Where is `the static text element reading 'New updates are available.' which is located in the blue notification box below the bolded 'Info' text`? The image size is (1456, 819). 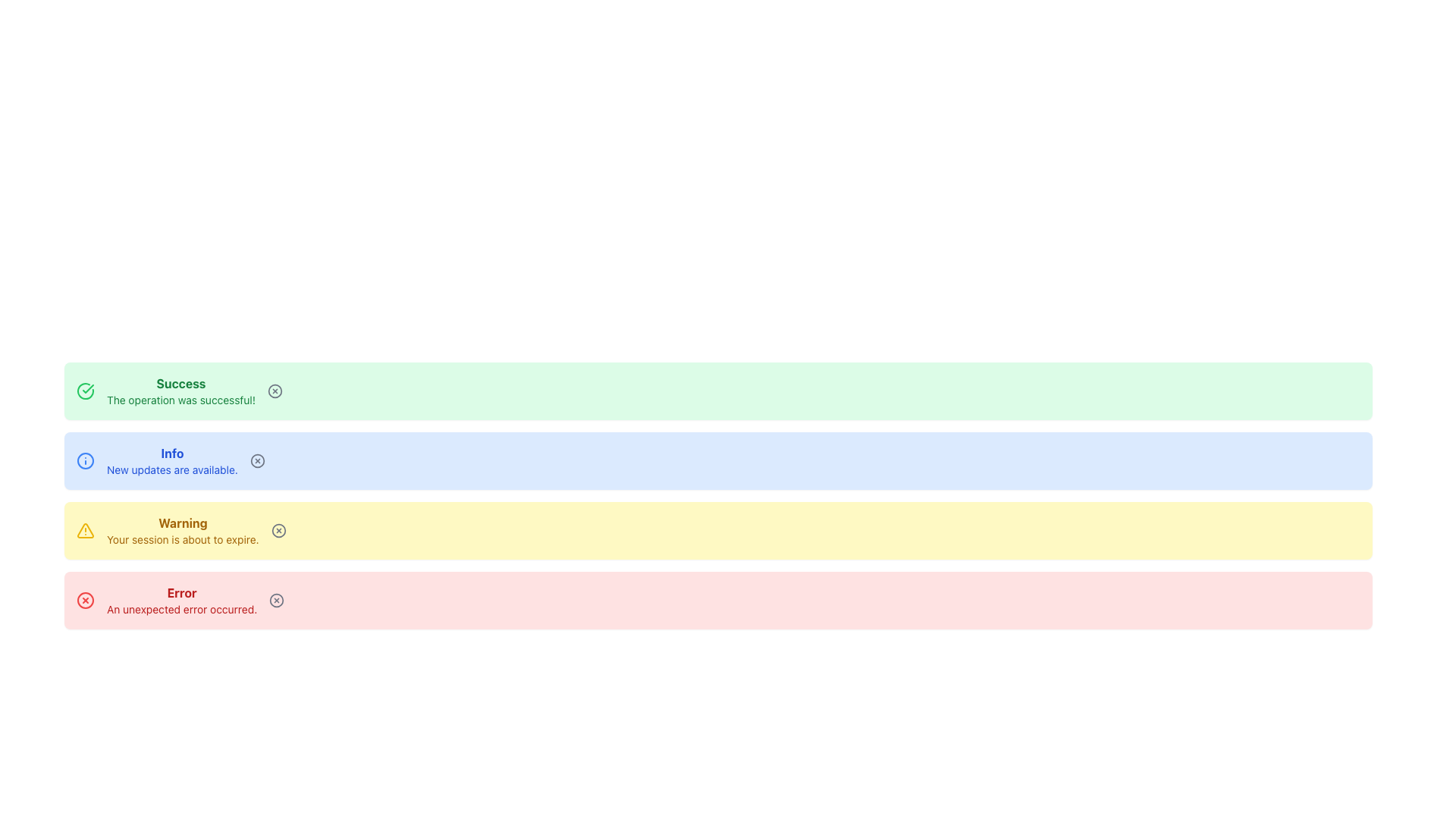 the static text element reading 'New updates are available.' which is located in the blue notification box below the bolded 'Info' text is located at coordinates (172, 469).